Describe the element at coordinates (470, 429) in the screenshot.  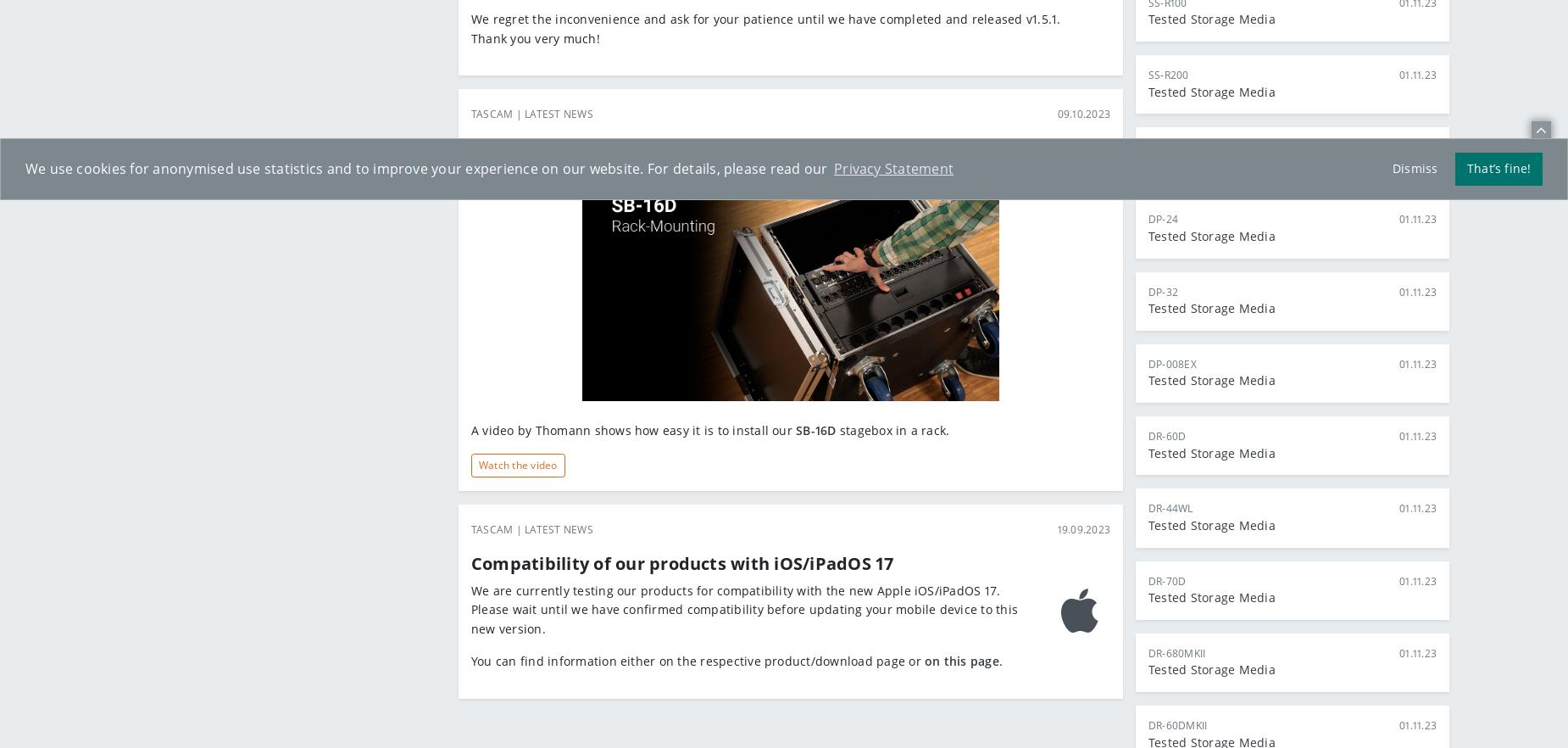
I see `'A video by Thomann shows how easy it is to install our'` at that location.